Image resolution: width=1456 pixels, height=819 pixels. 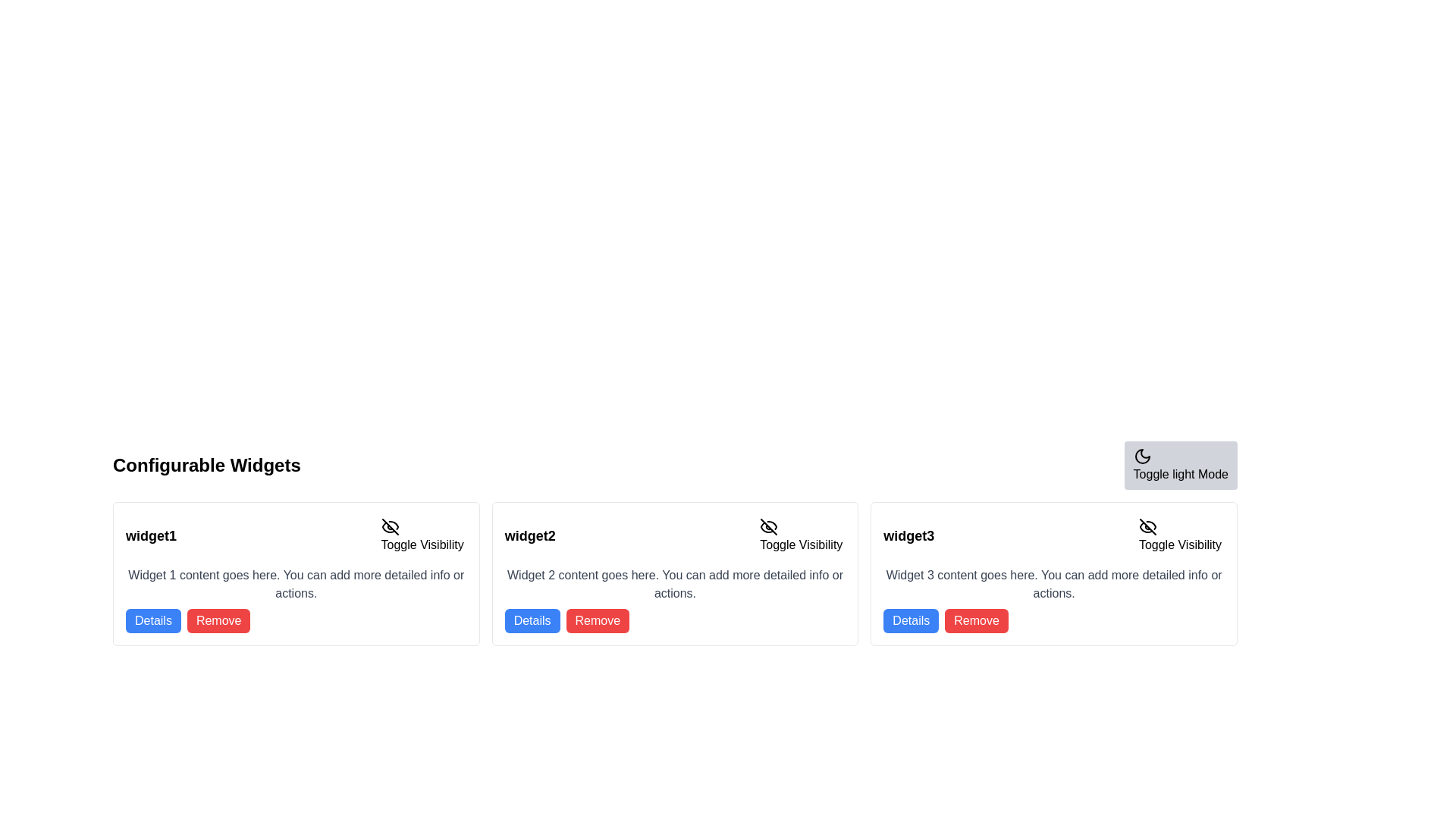 I want to click on the 'Remove' button, so click(x=218, y=620).